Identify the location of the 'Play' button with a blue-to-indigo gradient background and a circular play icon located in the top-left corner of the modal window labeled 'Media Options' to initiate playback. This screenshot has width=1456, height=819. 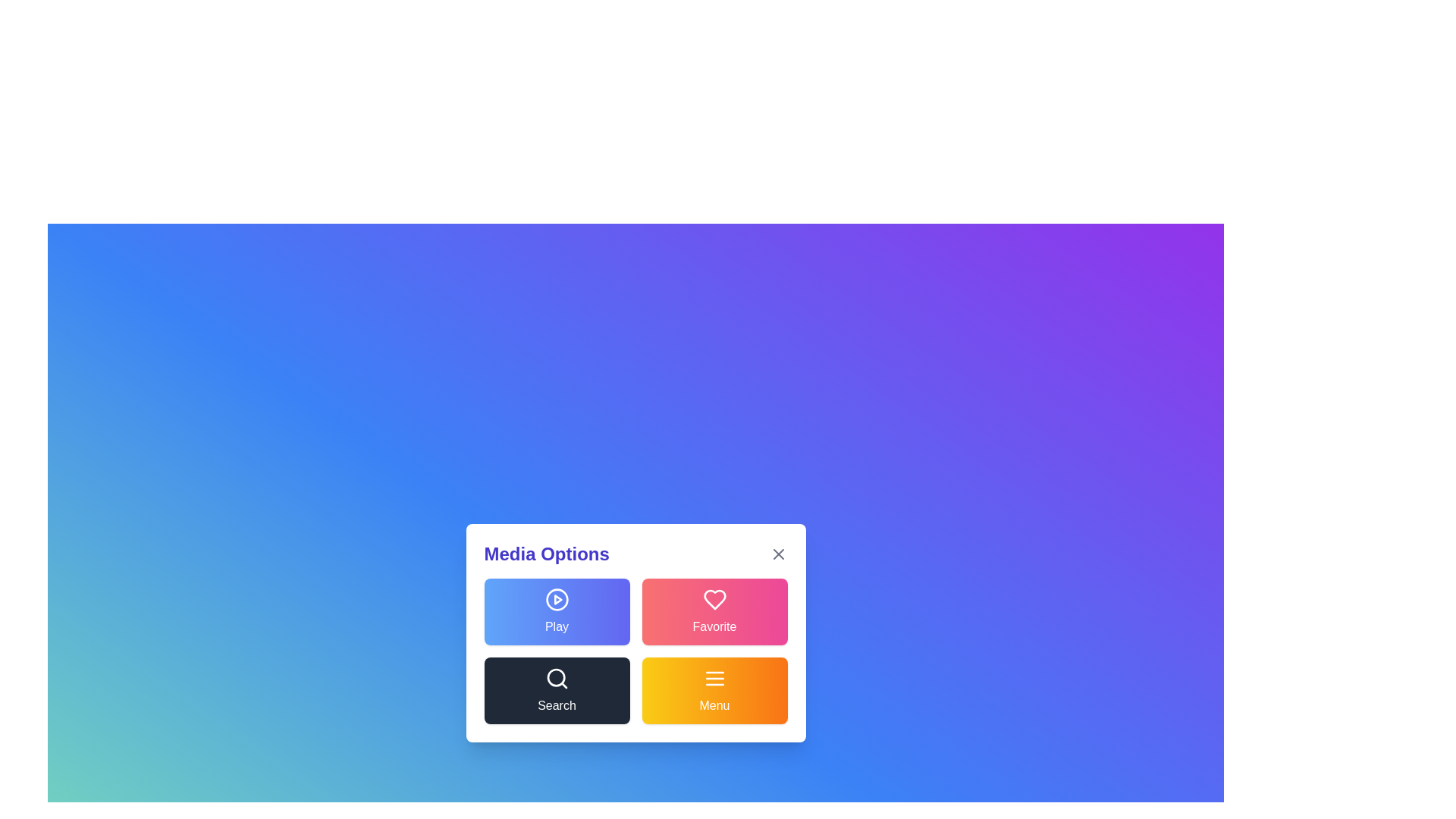
(556, 610).